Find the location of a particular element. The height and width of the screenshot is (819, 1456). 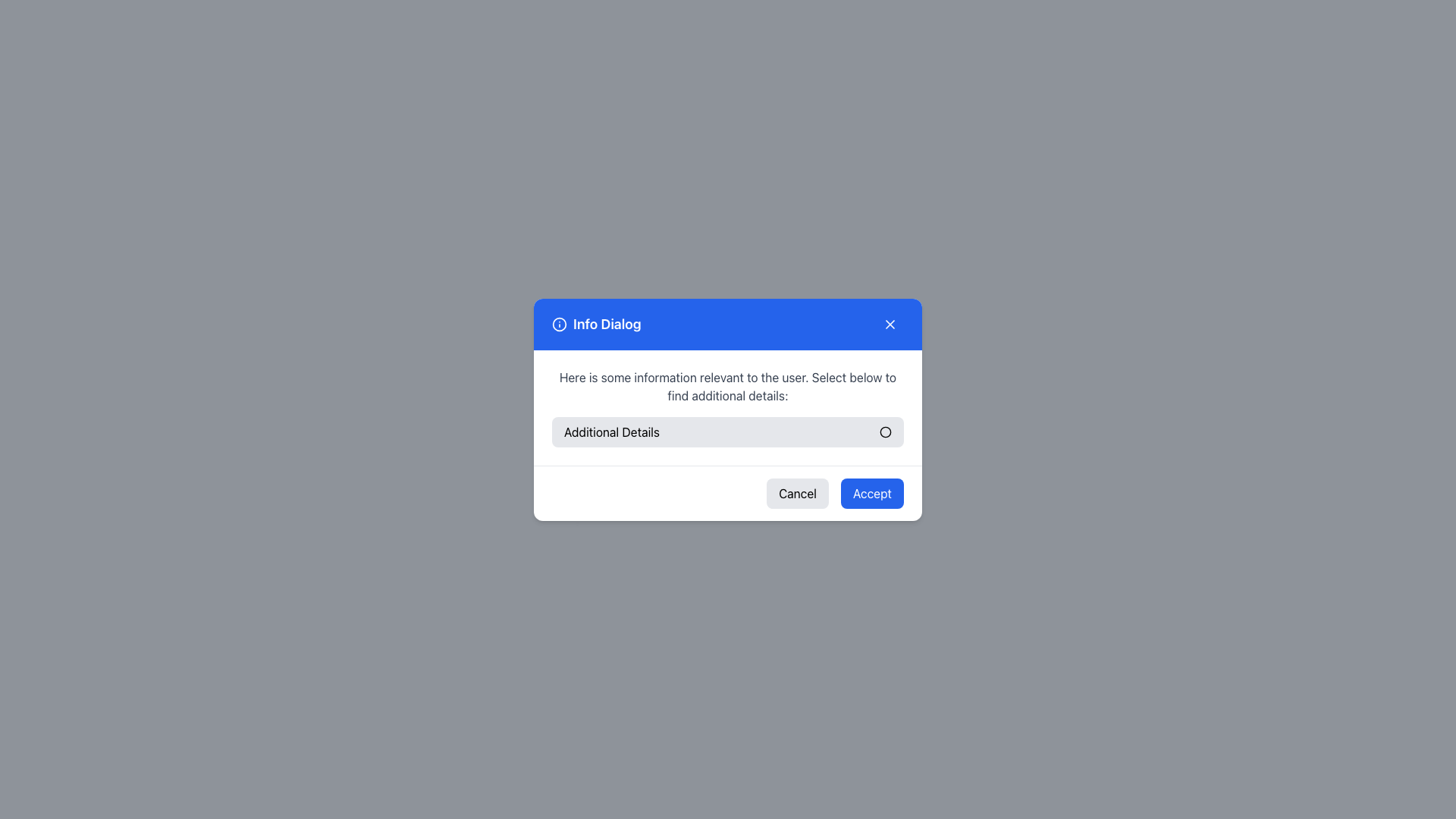

the custom vector graphic icon representing the close action in the top-right corner of the blue header of the 'Info Dialog' modal to trigger a visual indicator is located at coordinates (890, 323).